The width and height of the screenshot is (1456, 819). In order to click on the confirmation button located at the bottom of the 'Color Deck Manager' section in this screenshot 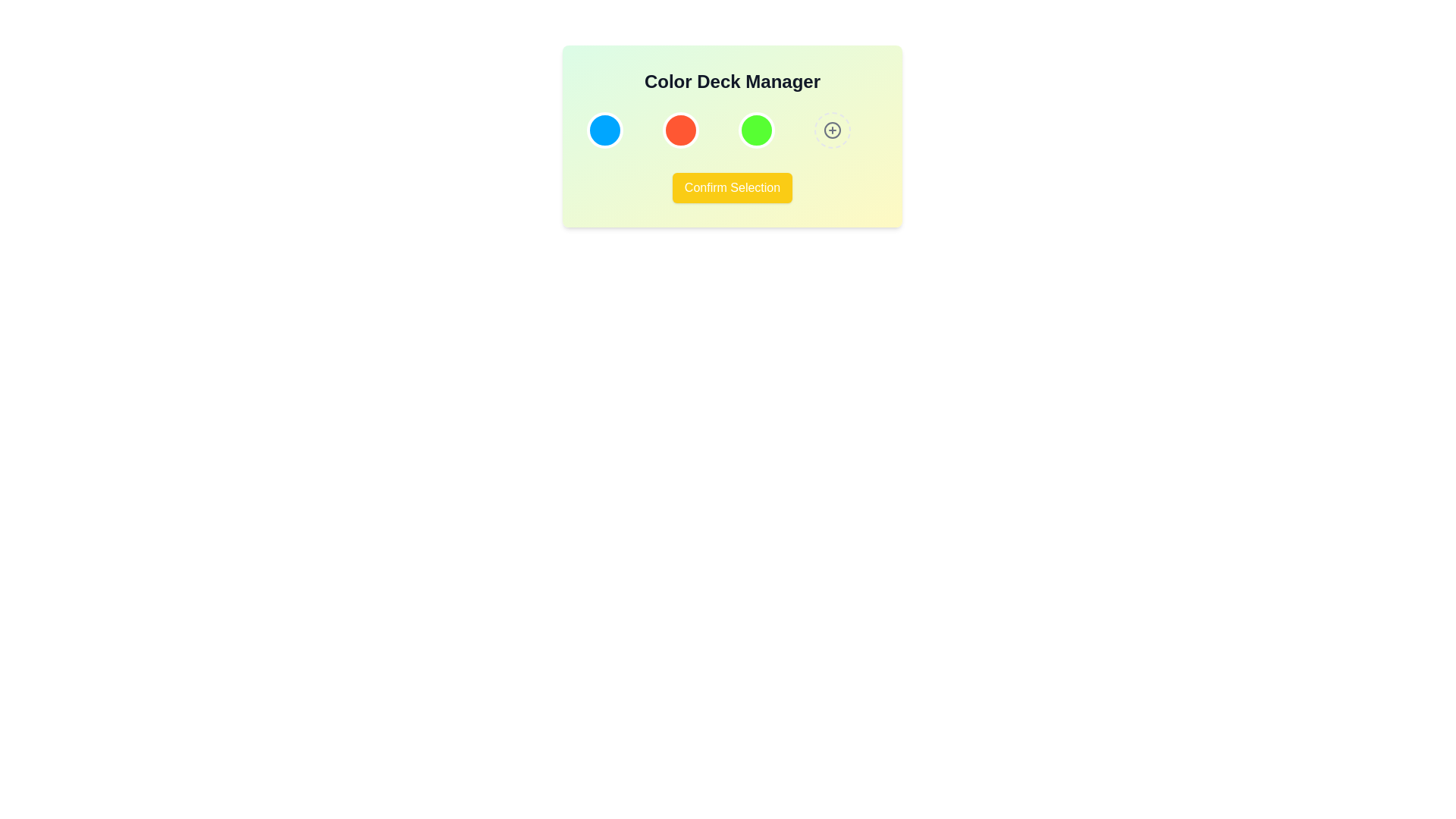, I will do `click(732, 187)`.